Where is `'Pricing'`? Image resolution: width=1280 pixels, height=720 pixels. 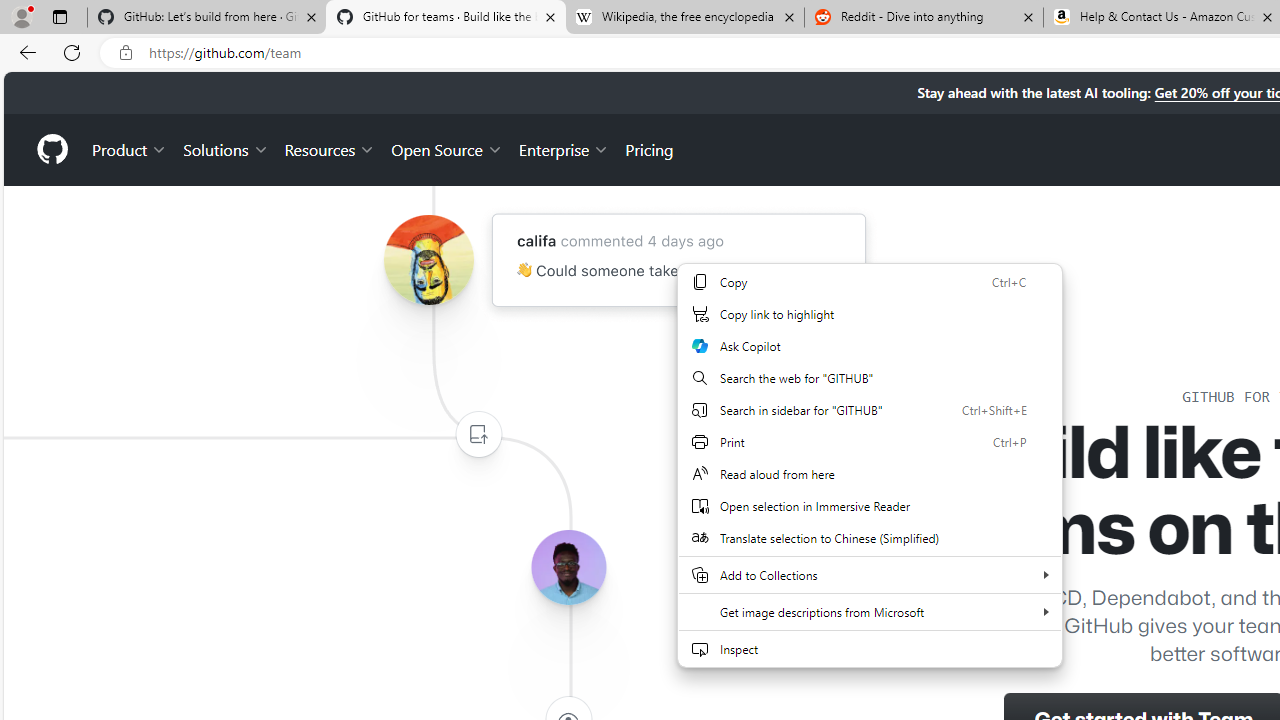
'Pricing' is located at coordinates (649, 148).